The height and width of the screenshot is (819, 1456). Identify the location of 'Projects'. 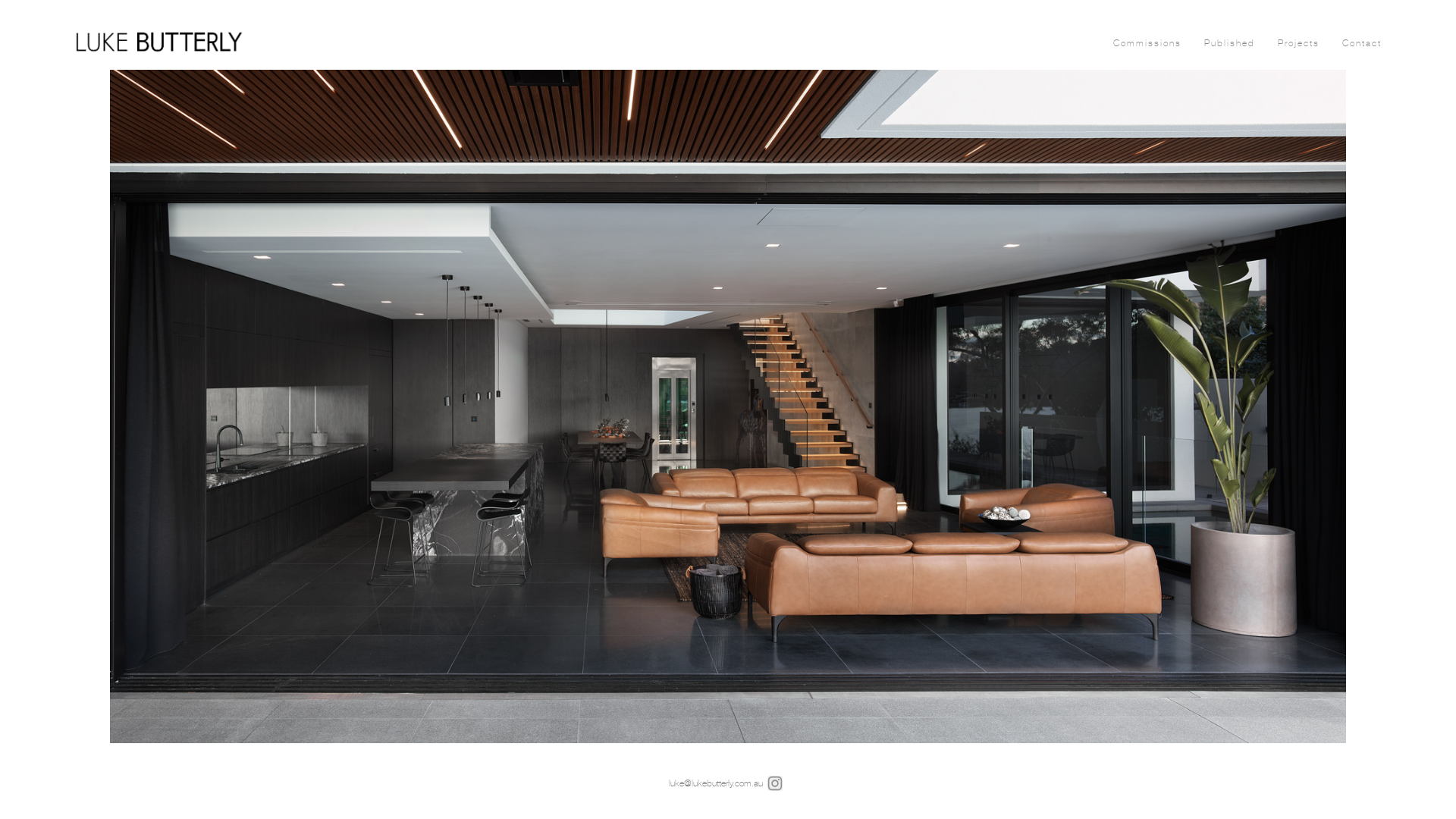
(1298, 42).